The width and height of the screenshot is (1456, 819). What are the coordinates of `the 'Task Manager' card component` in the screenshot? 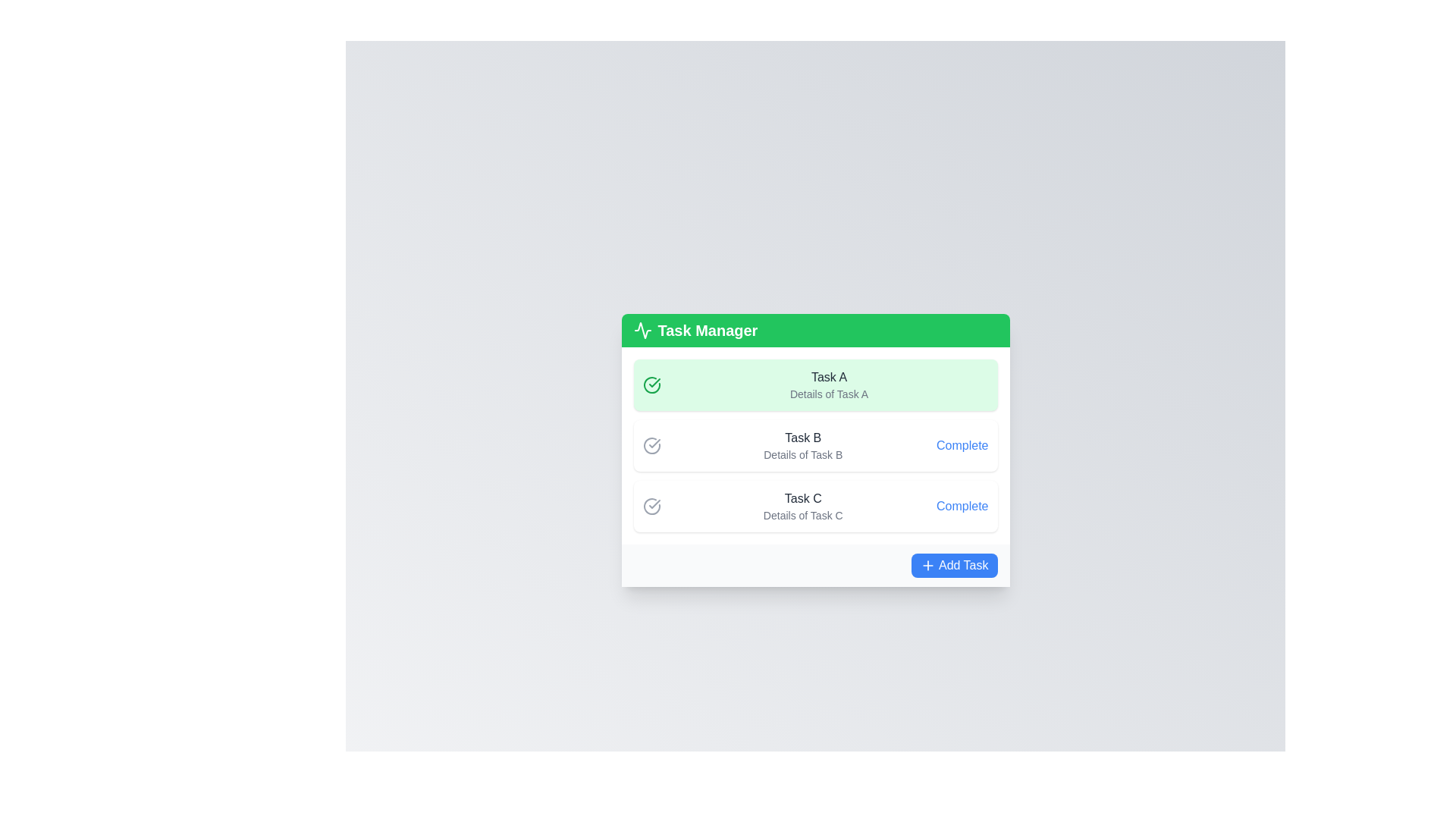 It's located at (814, 450).